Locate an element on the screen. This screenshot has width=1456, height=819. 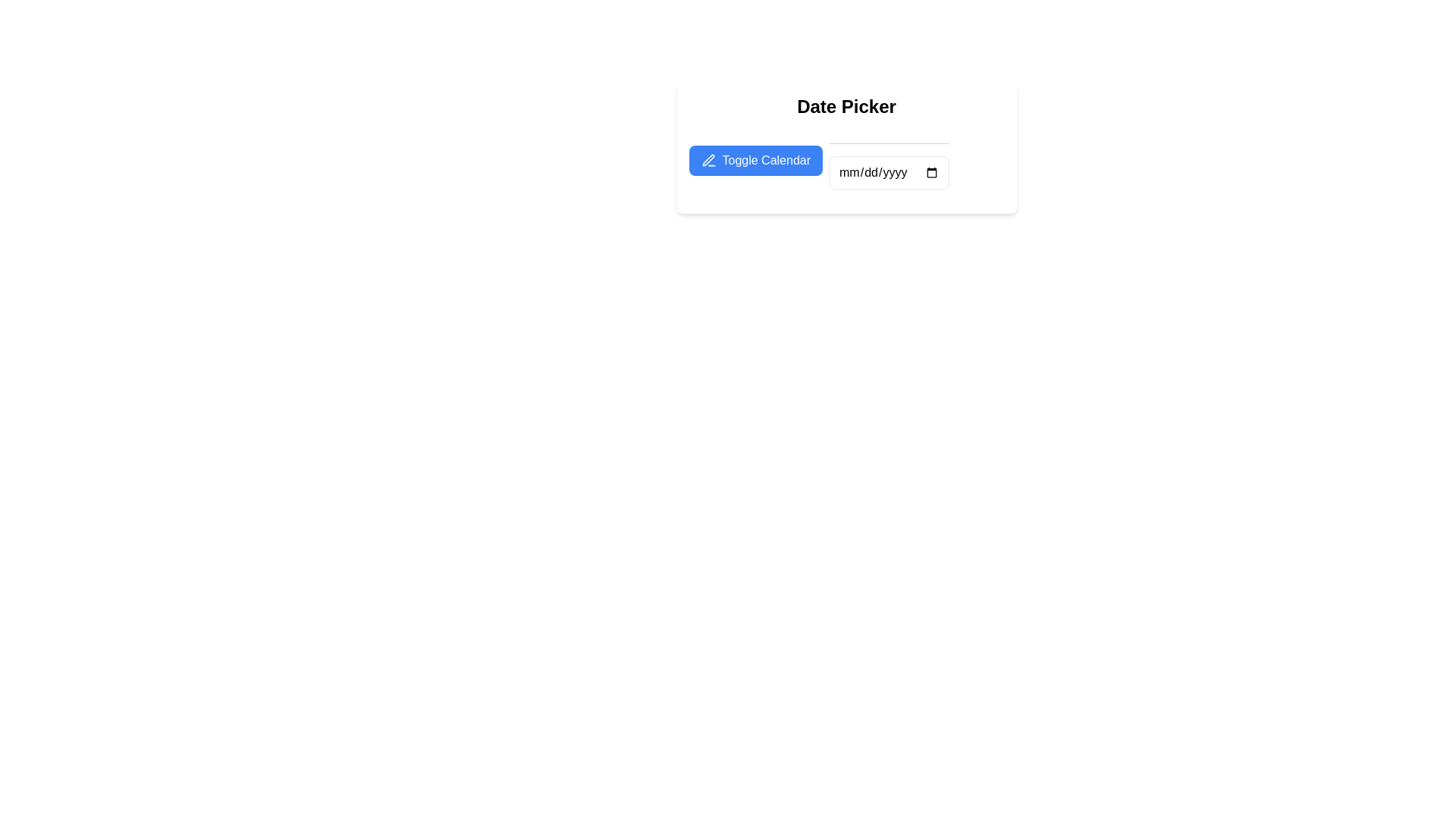
the 'Toggle Calendar' button, which is a rectangular button with rounded corners, solid blue color, and a white pen icon on the left, located under the 'Date Picker' header is located at coordinates (755, 160).